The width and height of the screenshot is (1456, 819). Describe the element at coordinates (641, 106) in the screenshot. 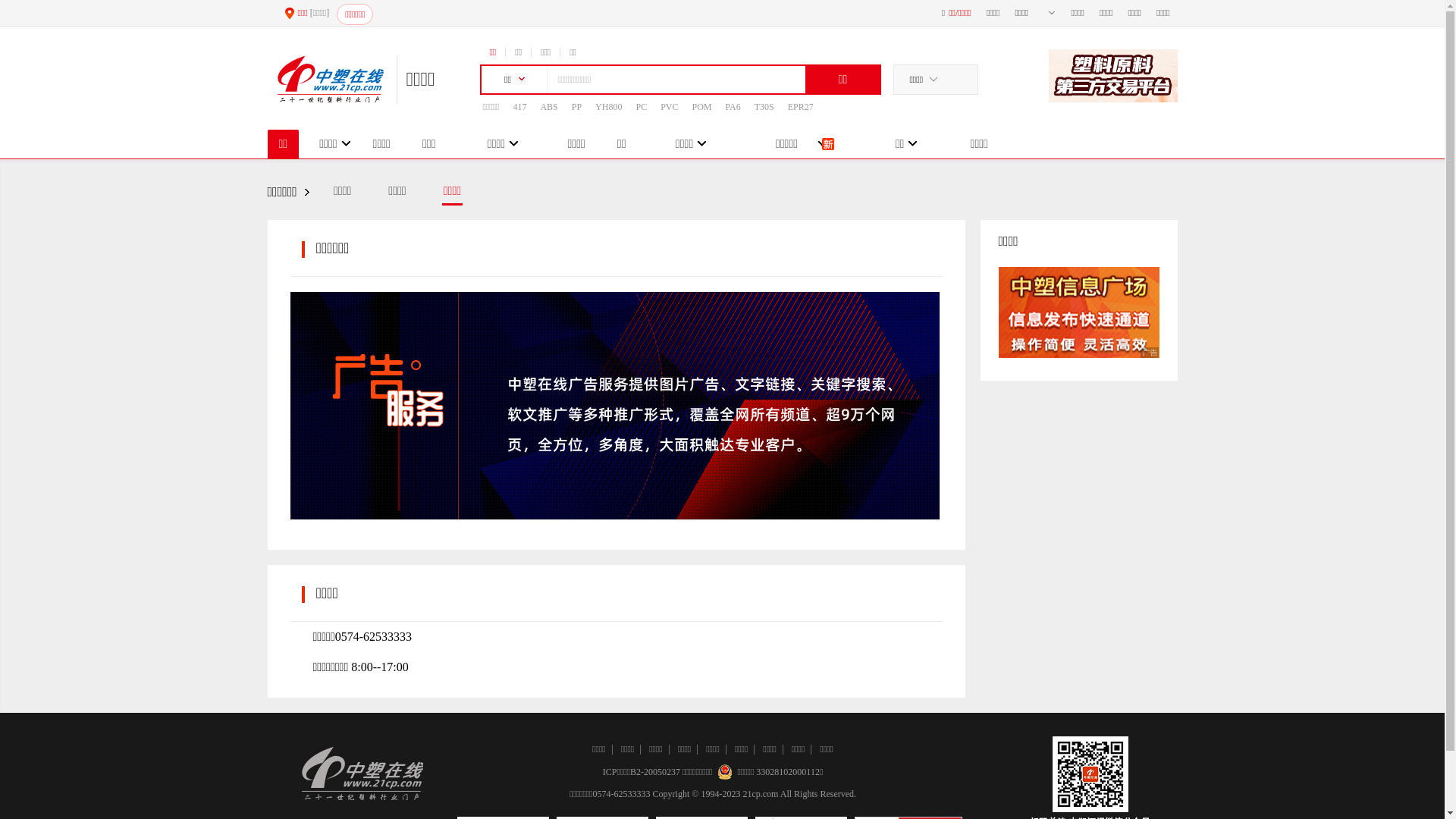

I see `'PC'` at that location.